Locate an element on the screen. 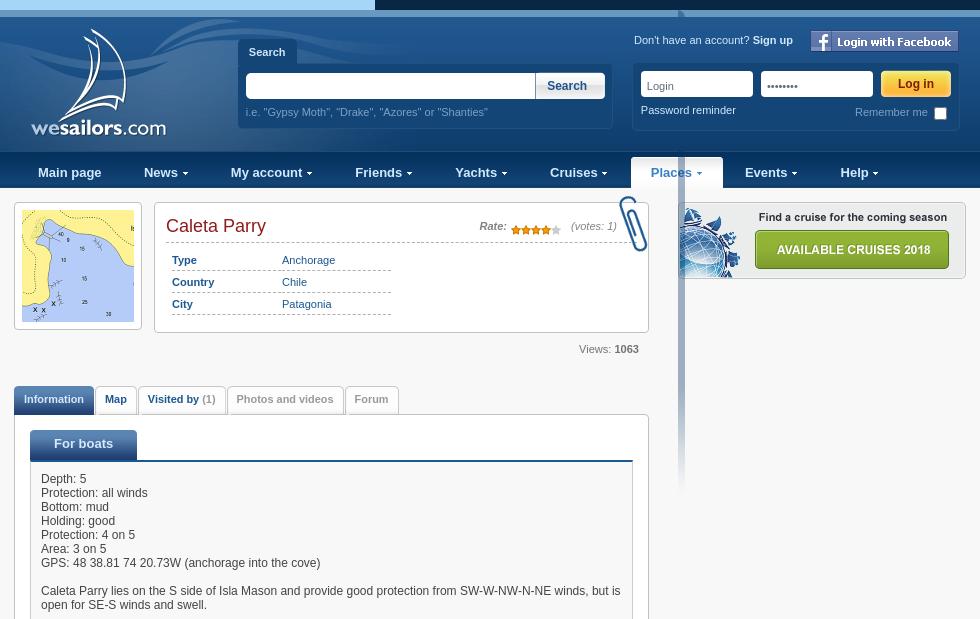 The image size is (980, 619). 'Search a place' is located at coordinates (64, 287).